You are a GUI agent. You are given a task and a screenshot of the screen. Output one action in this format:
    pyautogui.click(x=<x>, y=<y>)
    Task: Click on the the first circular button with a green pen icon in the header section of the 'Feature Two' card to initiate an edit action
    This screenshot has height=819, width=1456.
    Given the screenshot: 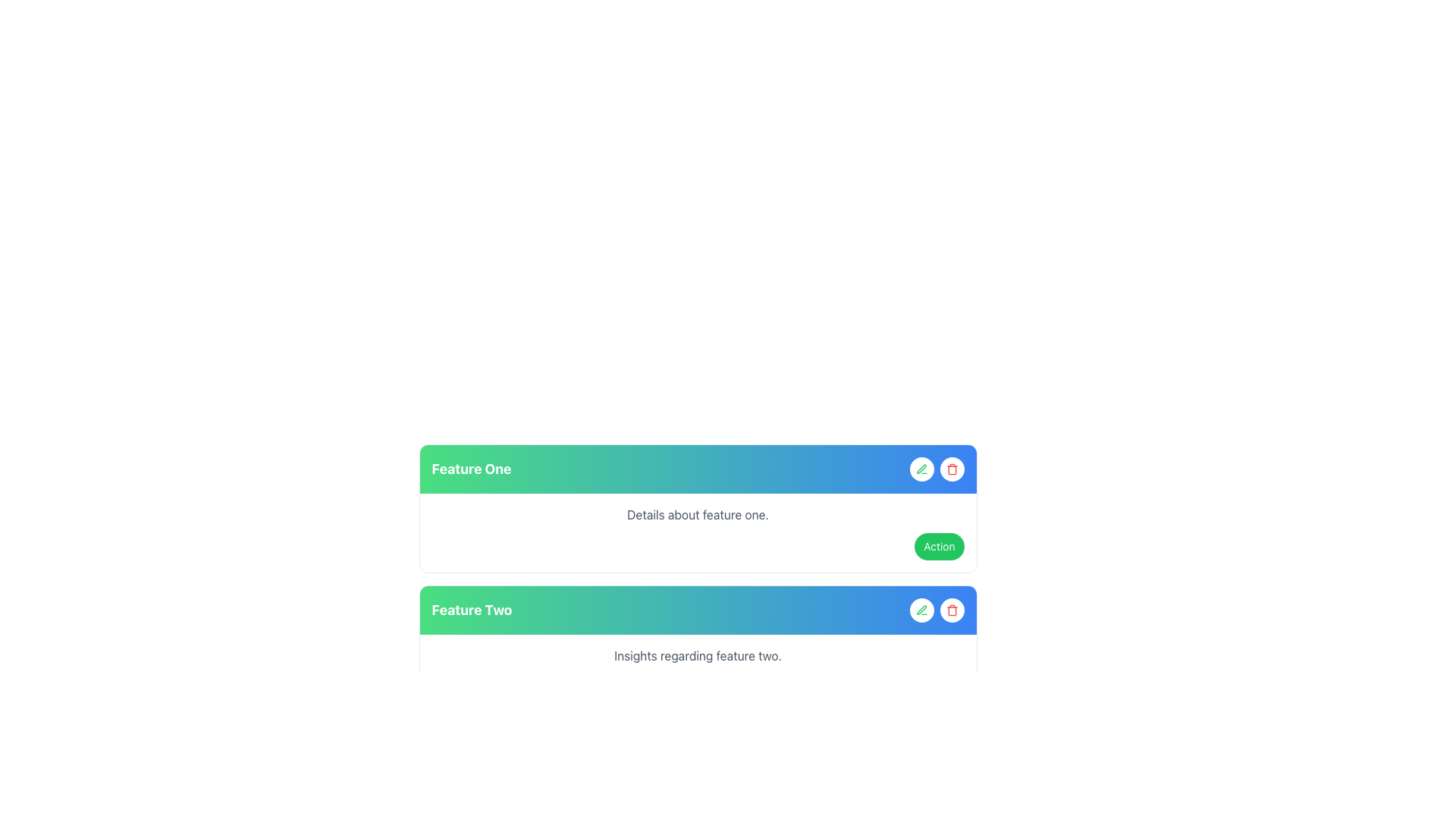 What is the action you would take?
    pyautogui.click(x=921, y=610)
    